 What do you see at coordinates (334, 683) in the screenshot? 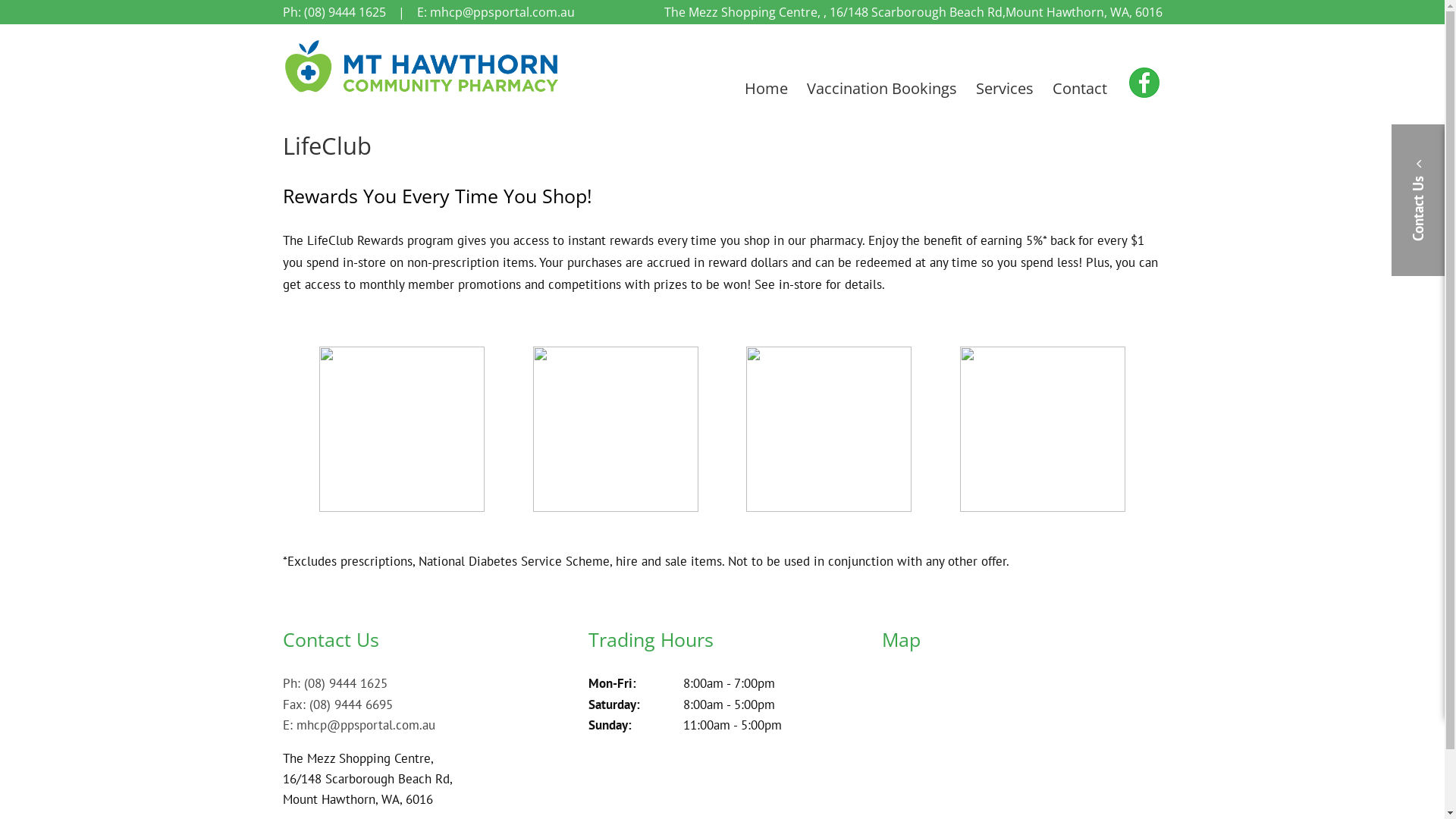
I see `'Ph: (08) 9444 1625'` at bounding box center [334, 683].